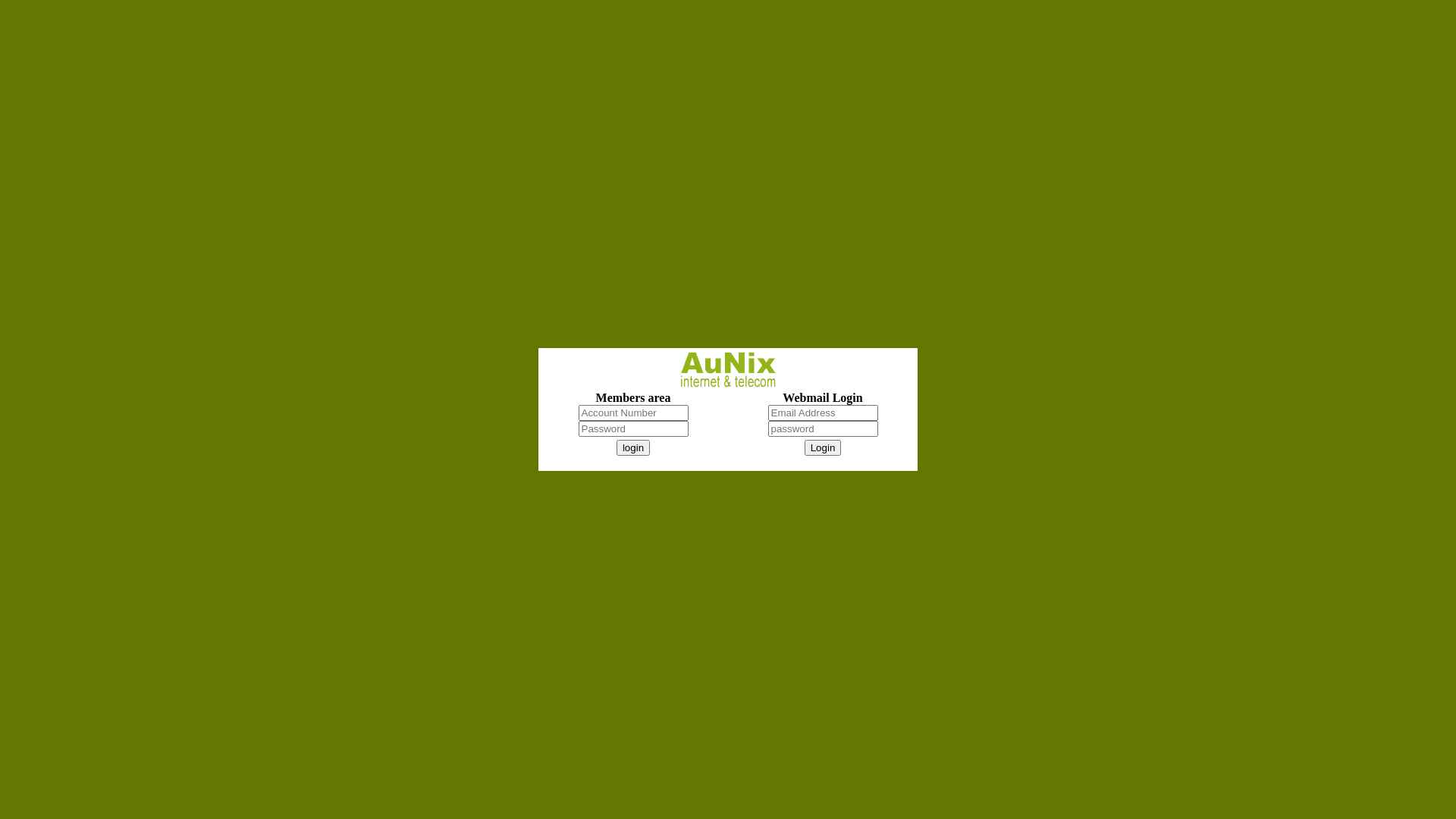 This screenshot has height=819, width=1456. What do you see at coordinates (803, 447) in the screenshot?
I see `'Login'` at bounding box center [803, 447].